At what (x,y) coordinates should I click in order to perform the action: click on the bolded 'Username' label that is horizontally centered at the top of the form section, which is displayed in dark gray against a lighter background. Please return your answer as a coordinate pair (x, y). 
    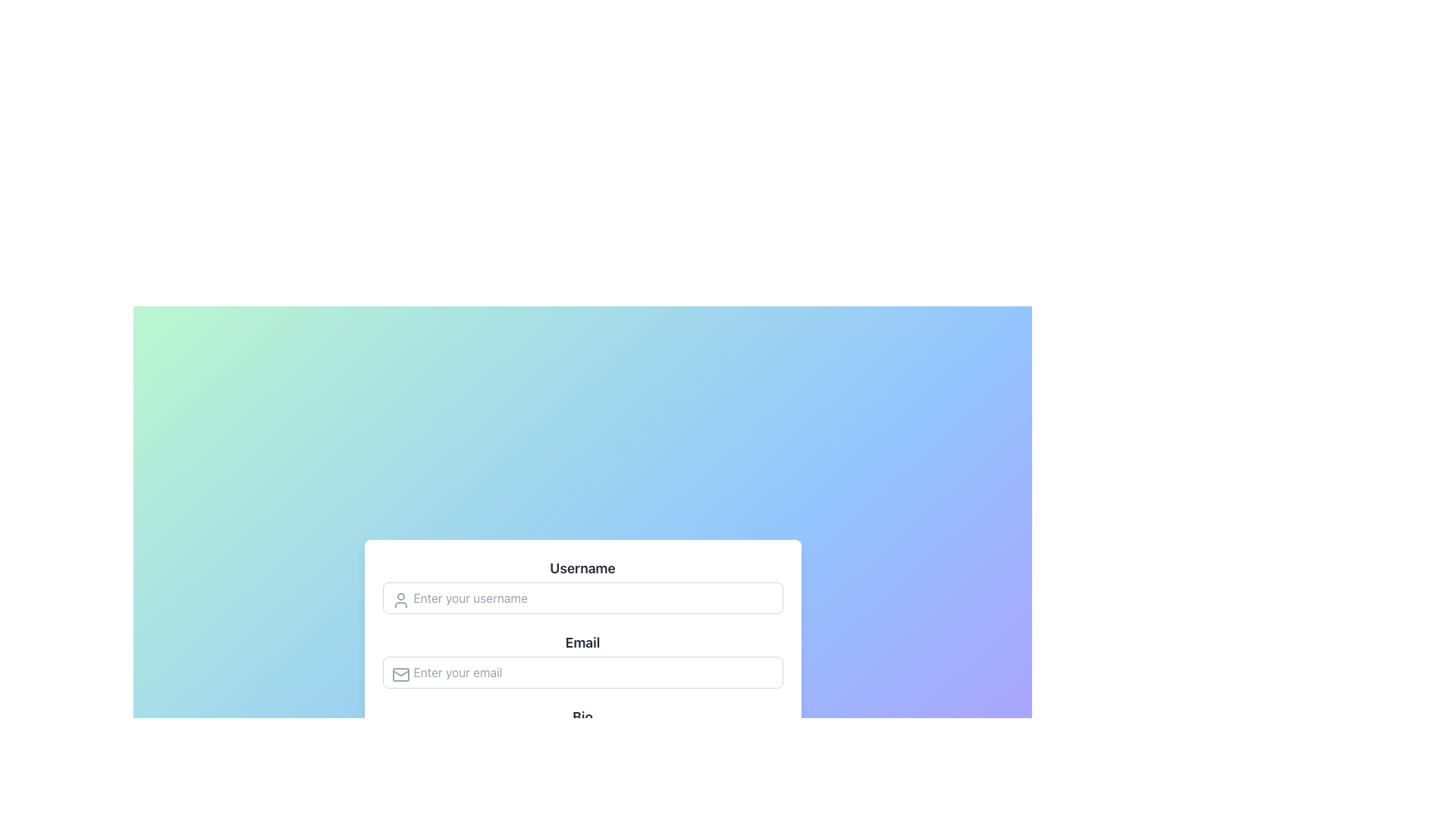
    Looking at the image, I should click on (582, 568).